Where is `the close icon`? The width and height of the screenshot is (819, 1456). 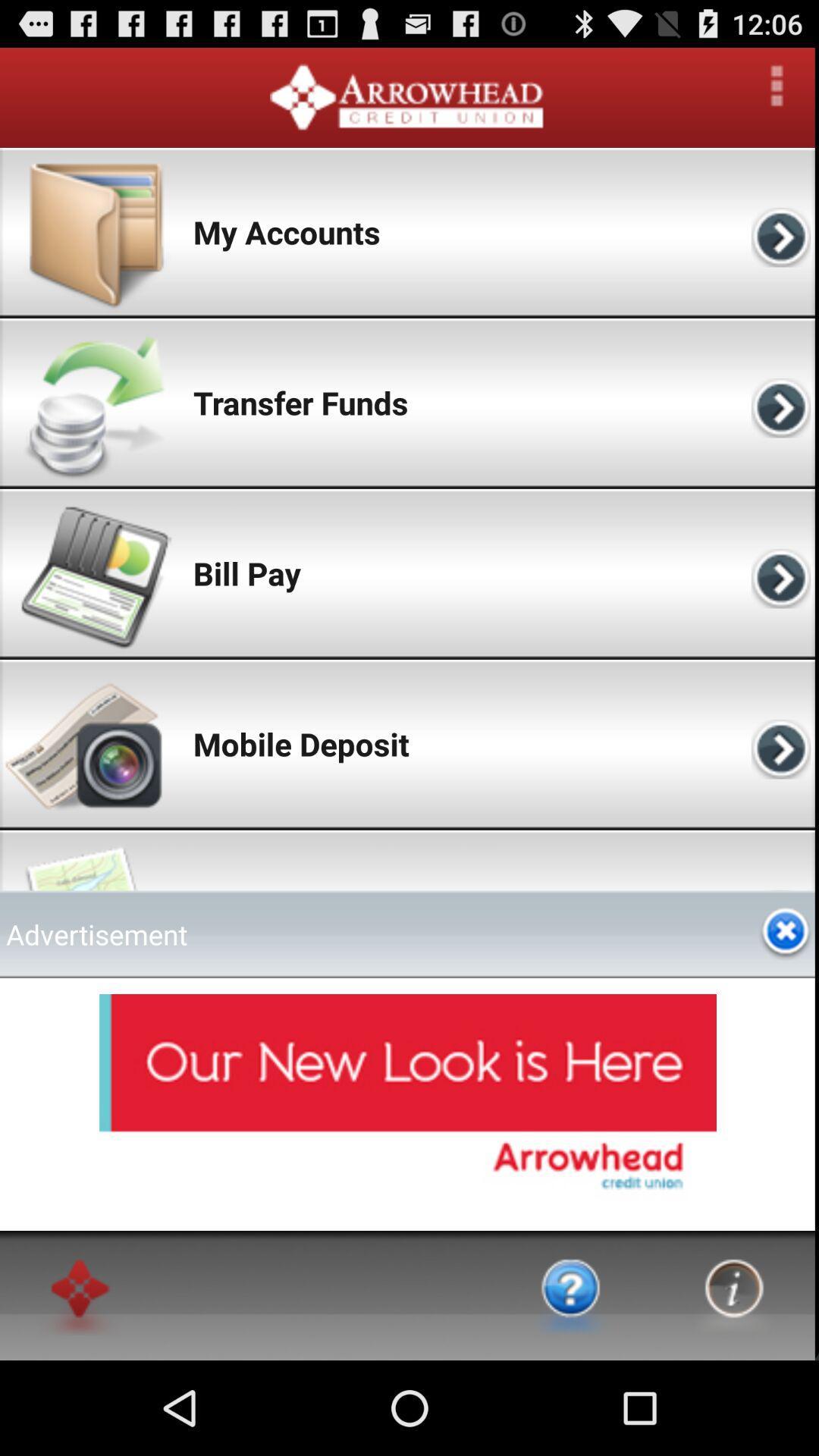
the close icon is located at coordinates (785, 999).